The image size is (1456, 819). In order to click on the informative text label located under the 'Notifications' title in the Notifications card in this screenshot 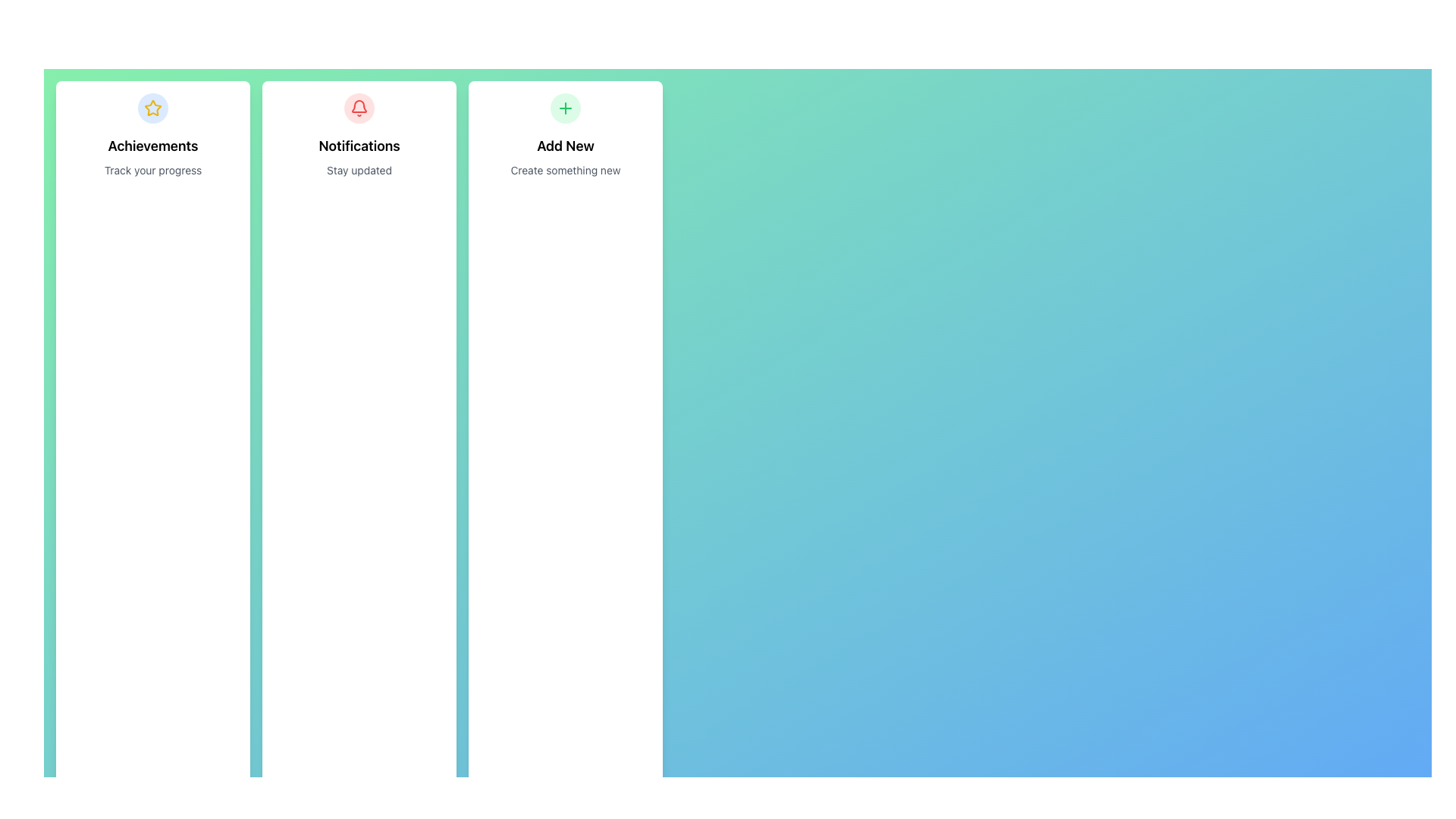, I will do `click(359, 170)`.